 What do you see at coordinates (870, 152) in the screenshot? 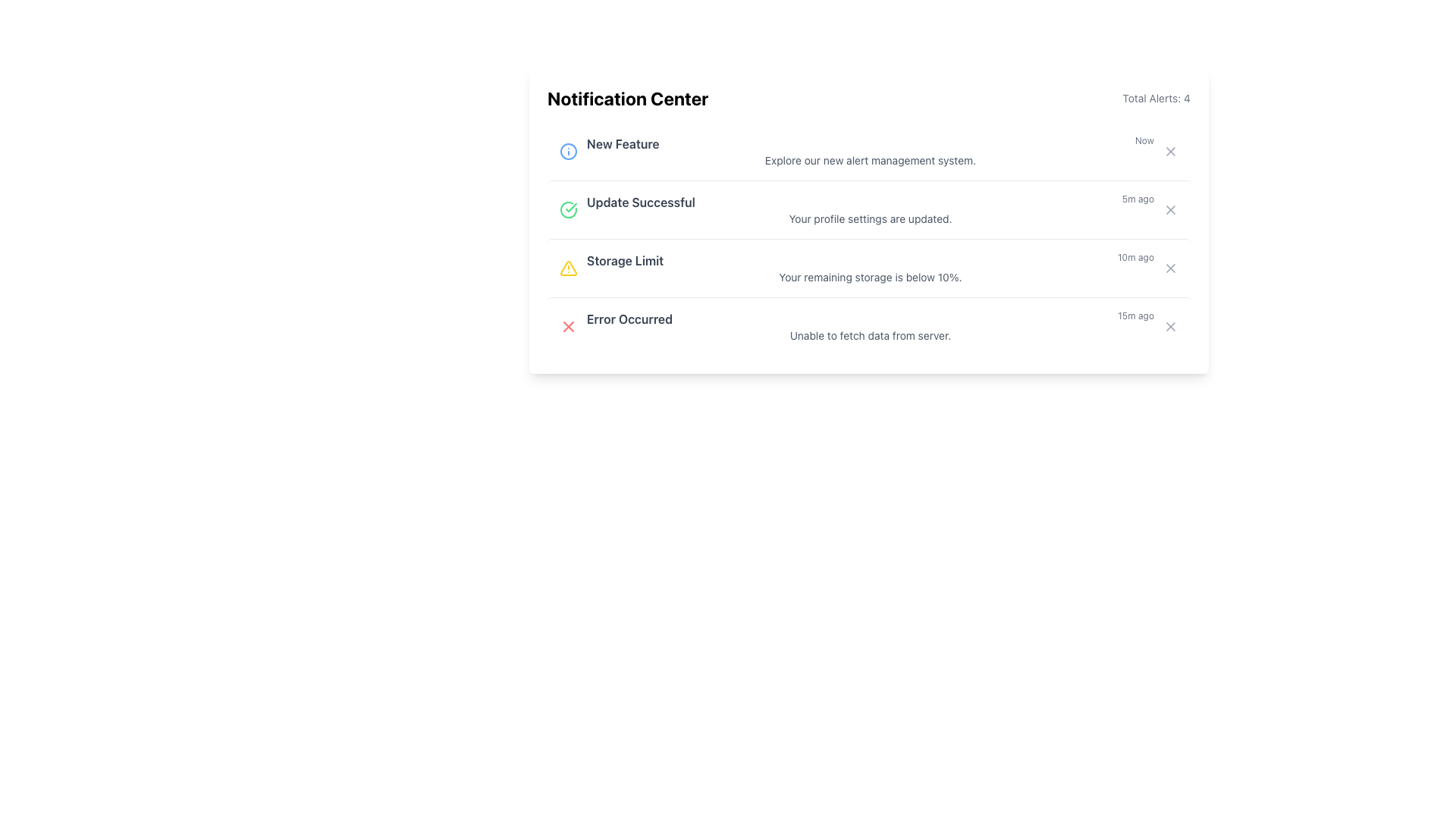
I see `the informational alert notifying the user of a new feature, which includes the message 'New Feature' and its description` at bounding box center [870, 152].